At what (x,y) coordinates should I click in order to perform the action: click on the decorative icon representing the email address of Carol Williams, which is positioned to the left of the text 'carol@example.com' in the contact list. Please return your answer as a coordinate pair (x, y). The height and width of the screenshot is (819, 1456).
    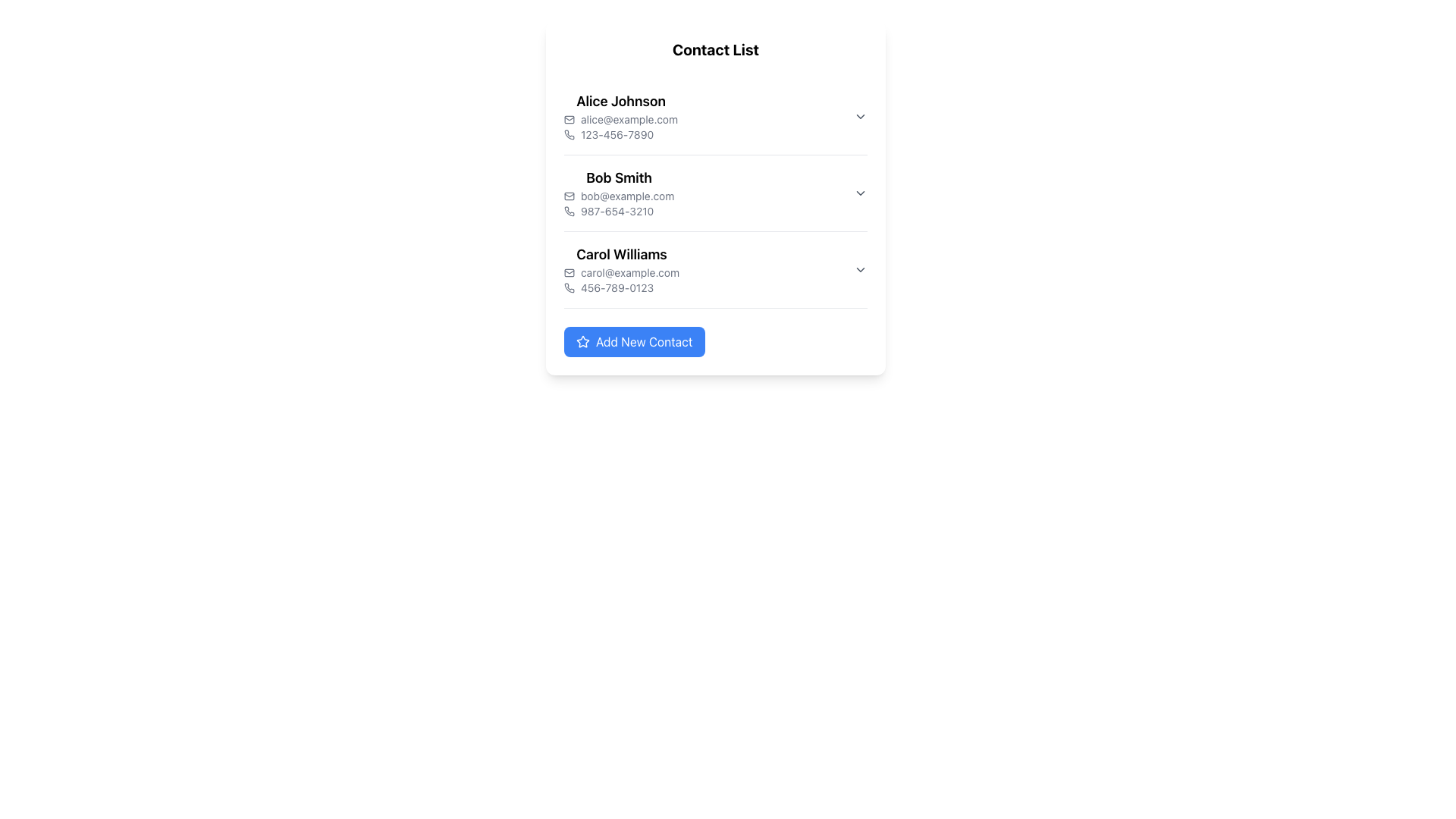
    Looking at the image, I should click on (568, 271).